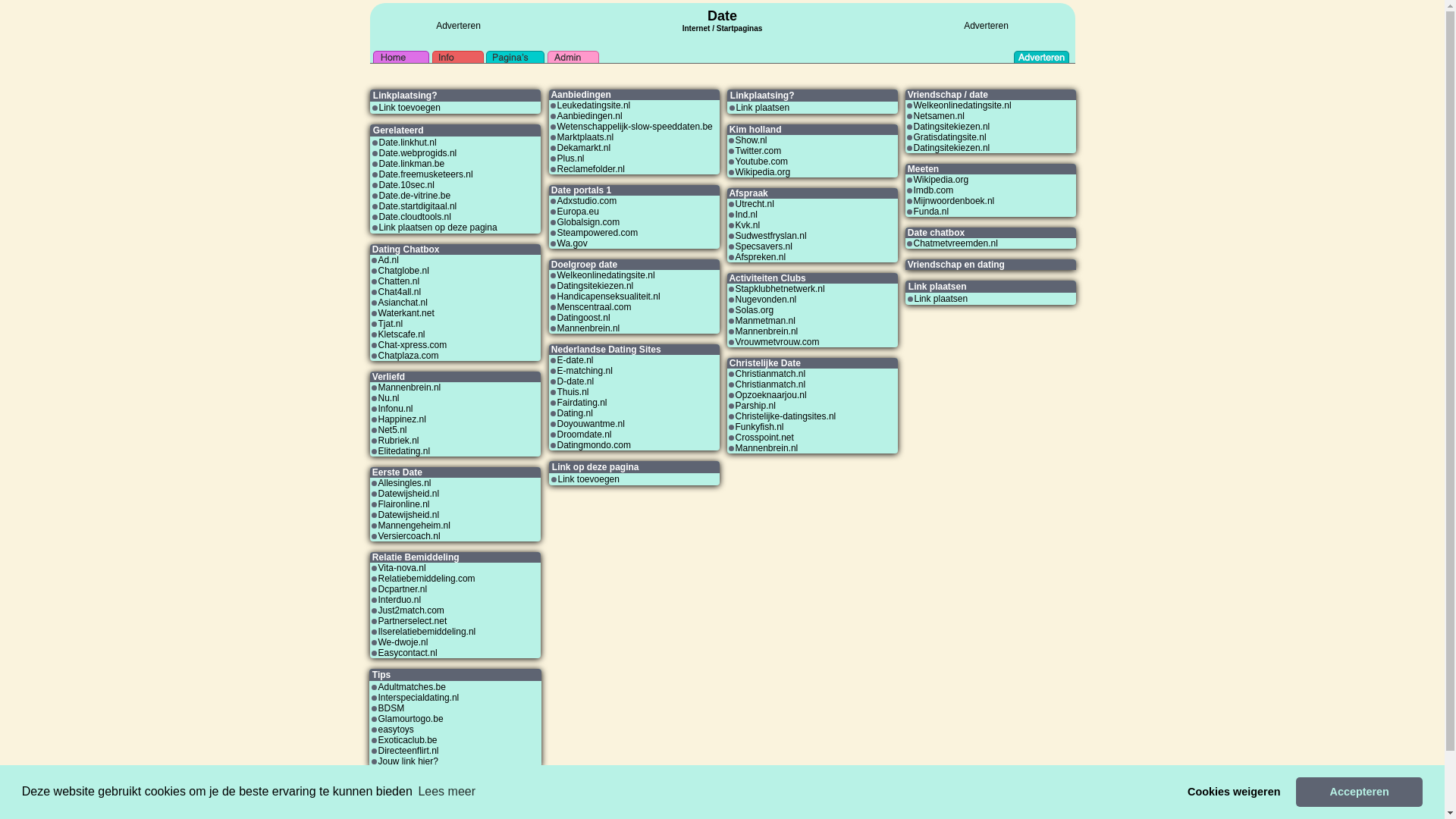 The image size is (1456, 819). What do you see at coordinates (556, 115) in the screenshot?
I see `'Aanbiedingen.nl'` at bounding box center [556, 115].